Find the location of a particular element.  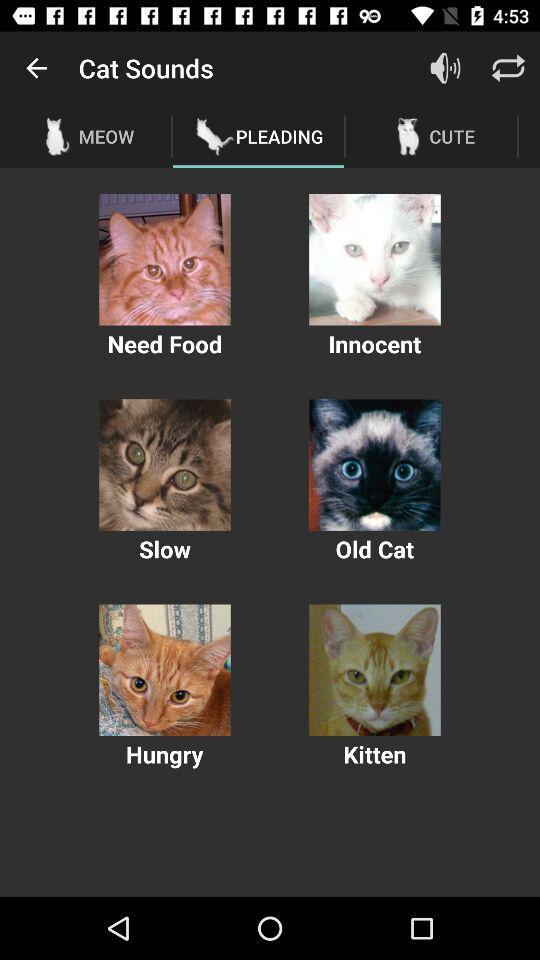

the item above the meow icon is located at coordinates (36, 68).